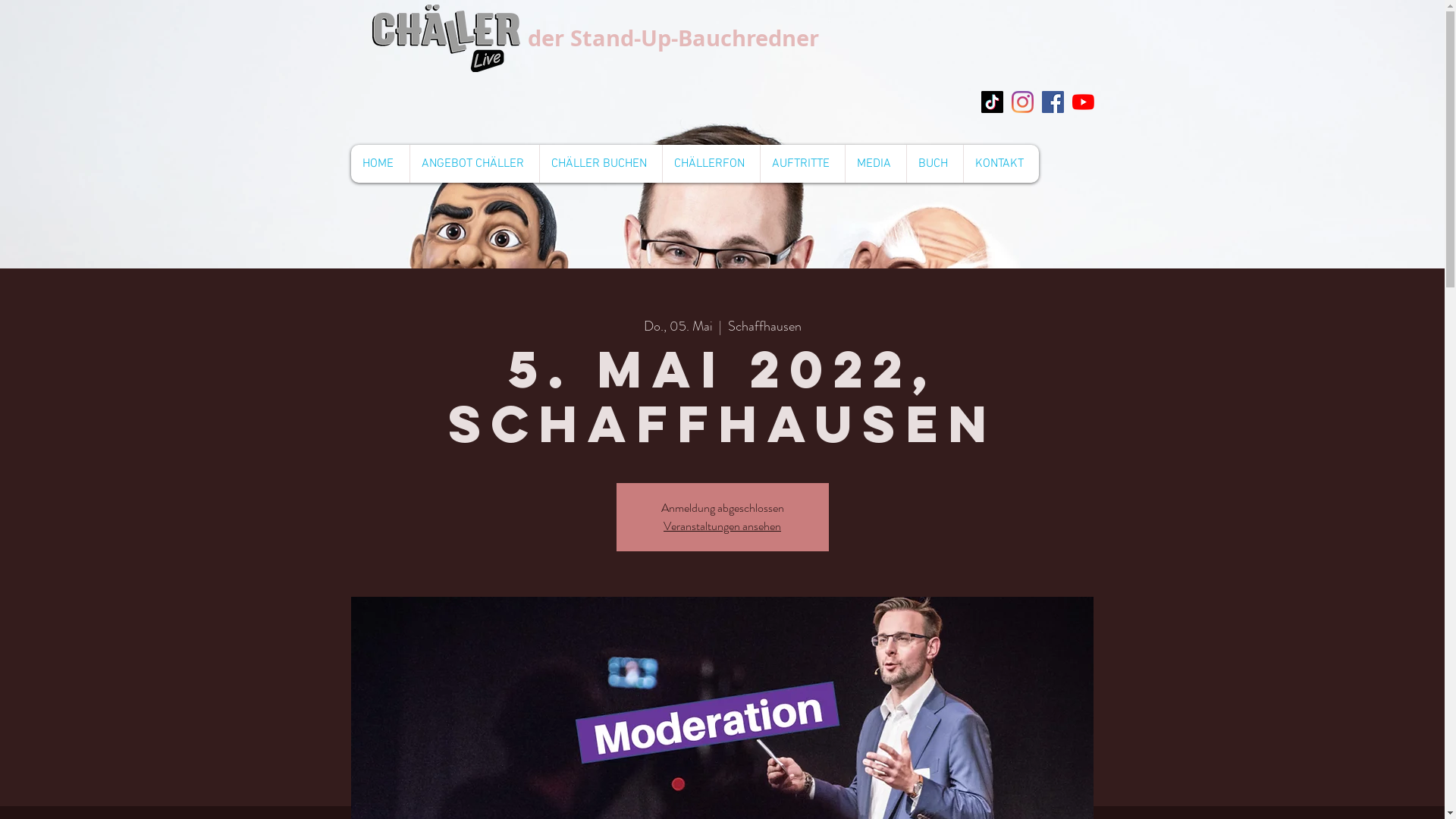 The height and width of the screenshot is (819, 1456). I want to click on 'Veranstaltungen ansehen', so click(663, 525).